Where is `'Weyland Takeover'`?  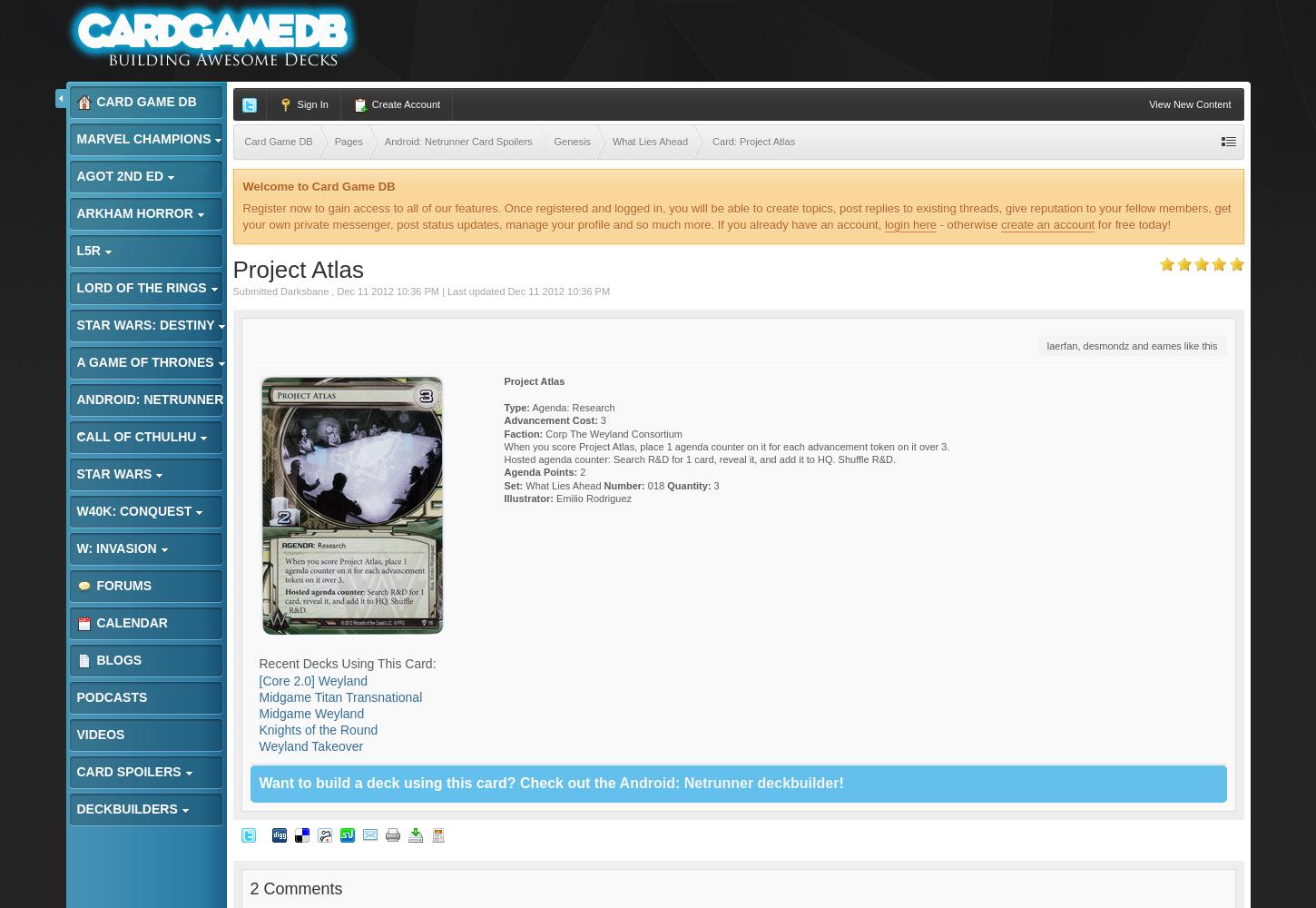
'Weyland Takeover' is located at coordinates (310, 745).